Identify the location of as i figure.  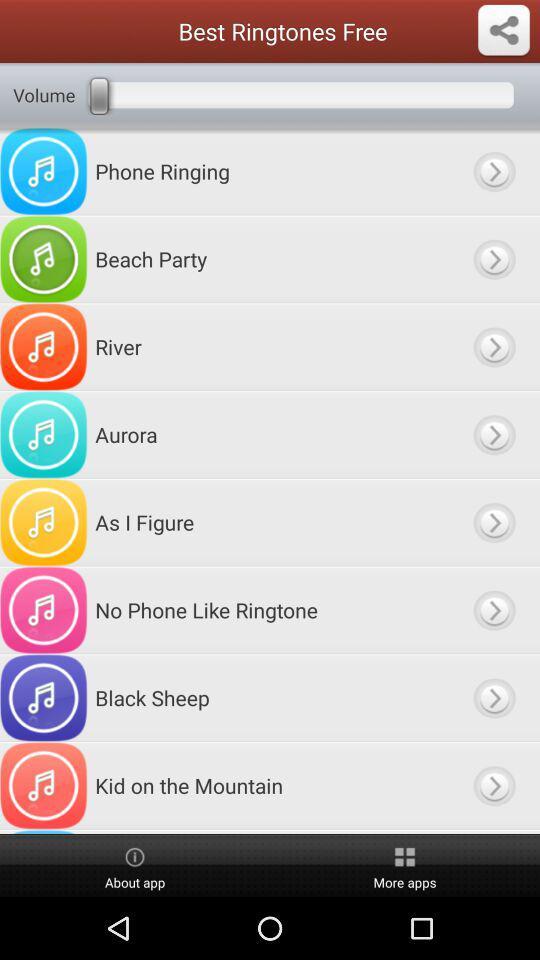
(493, 521).